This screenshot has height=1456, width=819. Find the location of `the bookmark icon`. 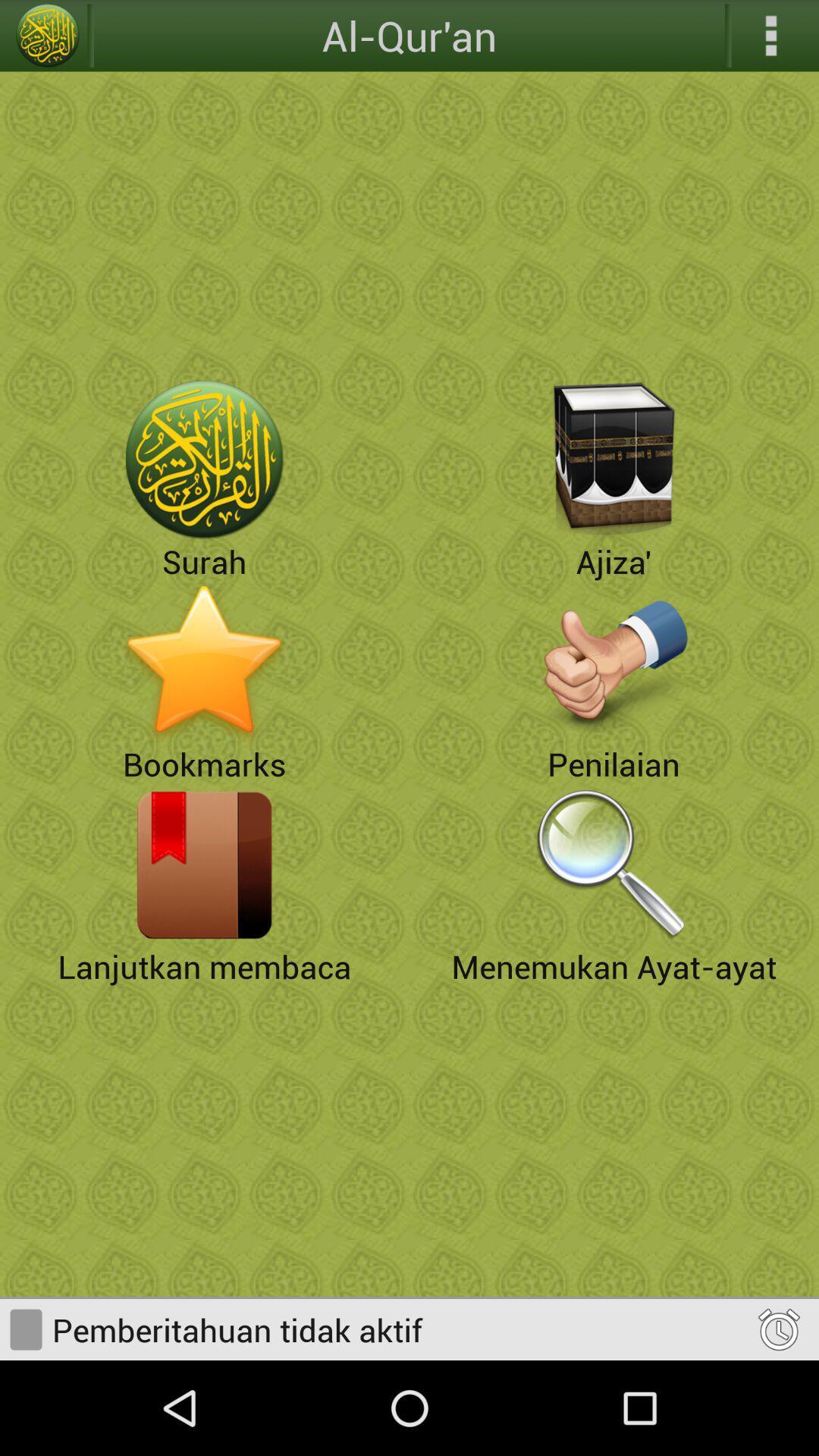

the bookmark icon is located at coordinates (205, 924).